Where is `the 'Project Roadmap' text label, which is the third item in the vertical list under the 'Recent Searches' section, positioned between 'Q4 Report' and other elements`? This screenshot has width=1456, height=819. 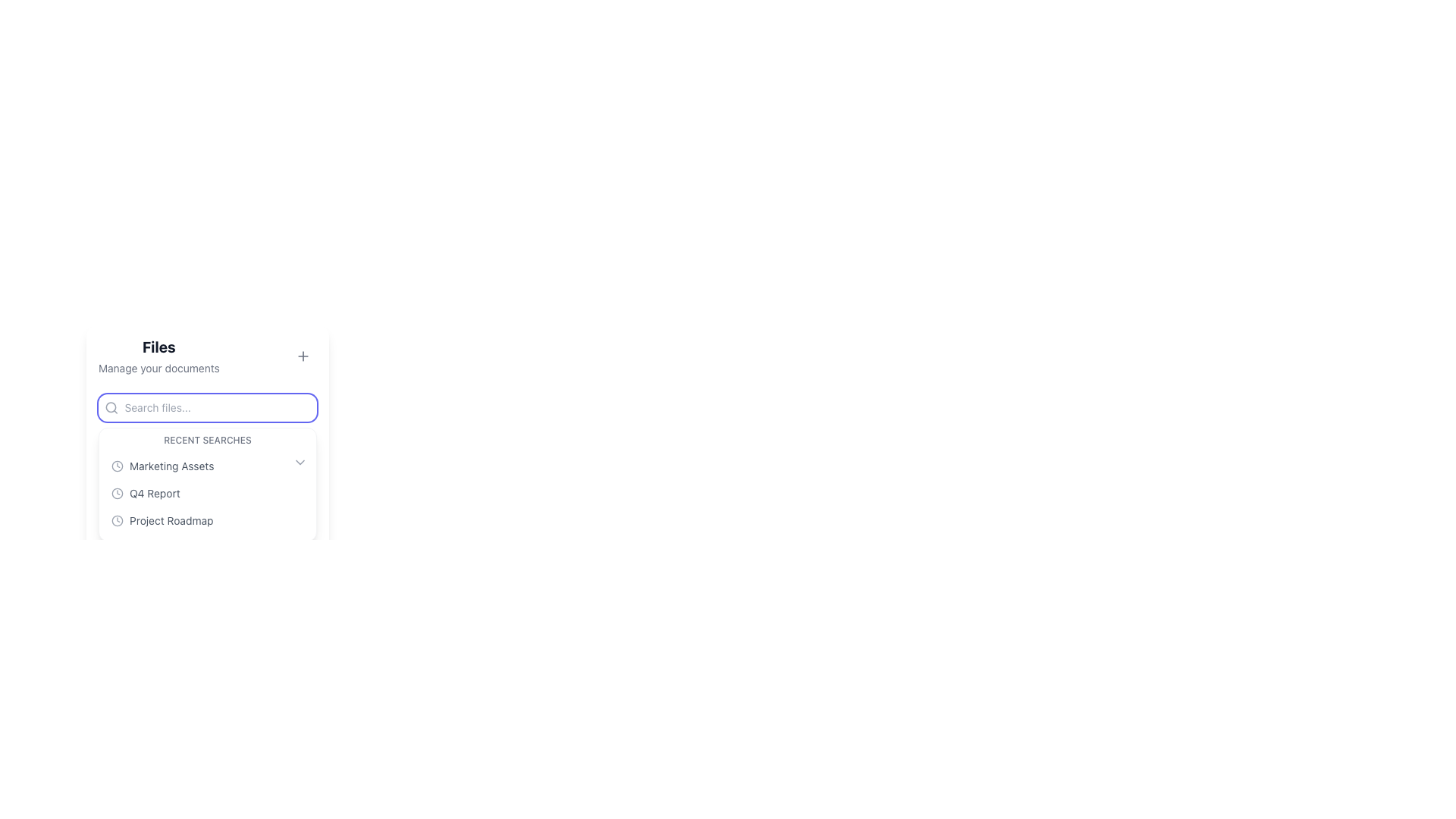 the 'Project Roadmap' text label, which is the third item in the vertical list under the 'Recent Searches' section, positioned between 'Q4 Report' and other elements is located at coordinates (171, 519).